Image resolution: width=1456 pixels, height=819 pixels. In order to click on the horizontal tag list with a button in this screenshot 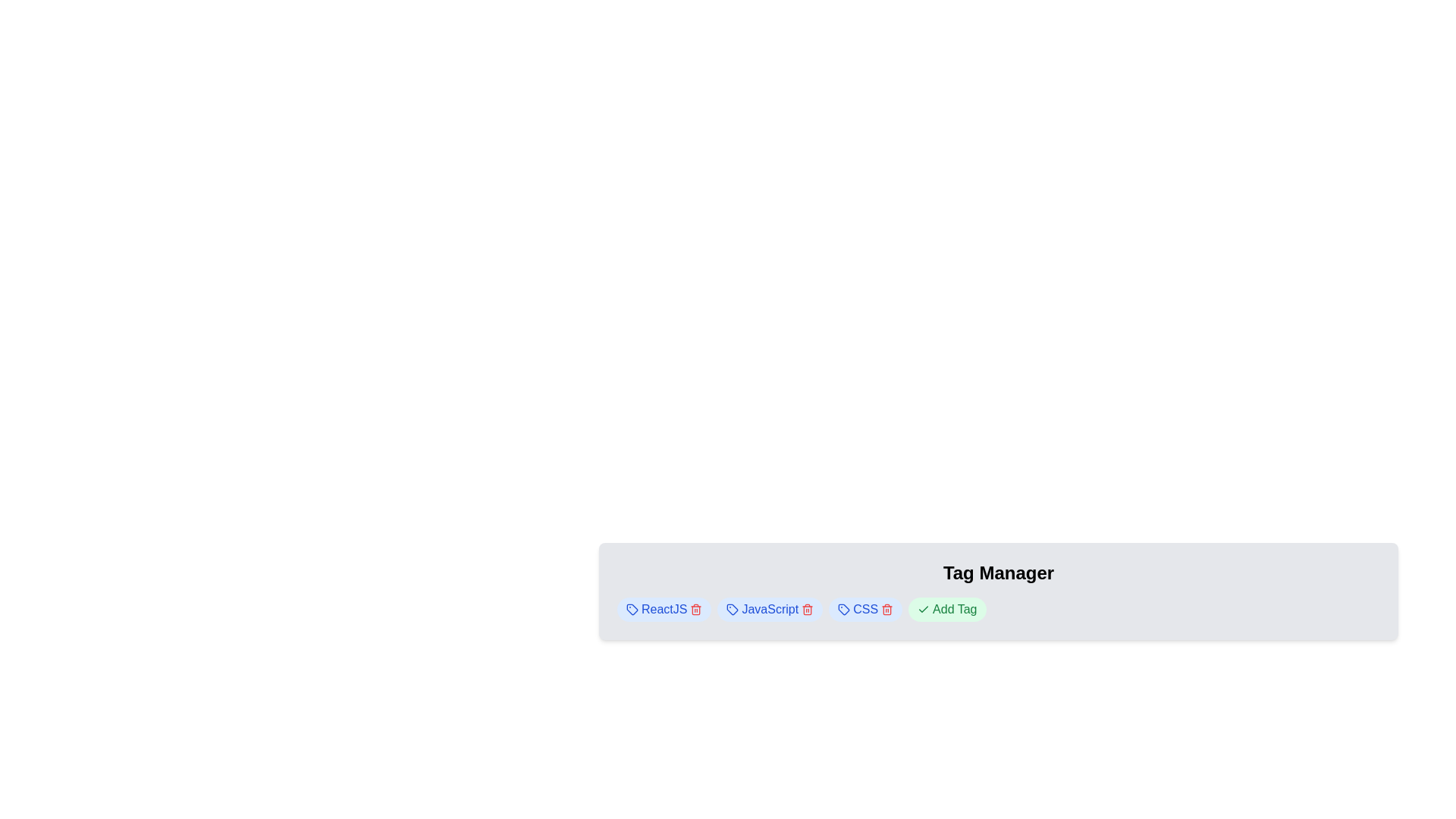, I will do `click(998, 608)`.